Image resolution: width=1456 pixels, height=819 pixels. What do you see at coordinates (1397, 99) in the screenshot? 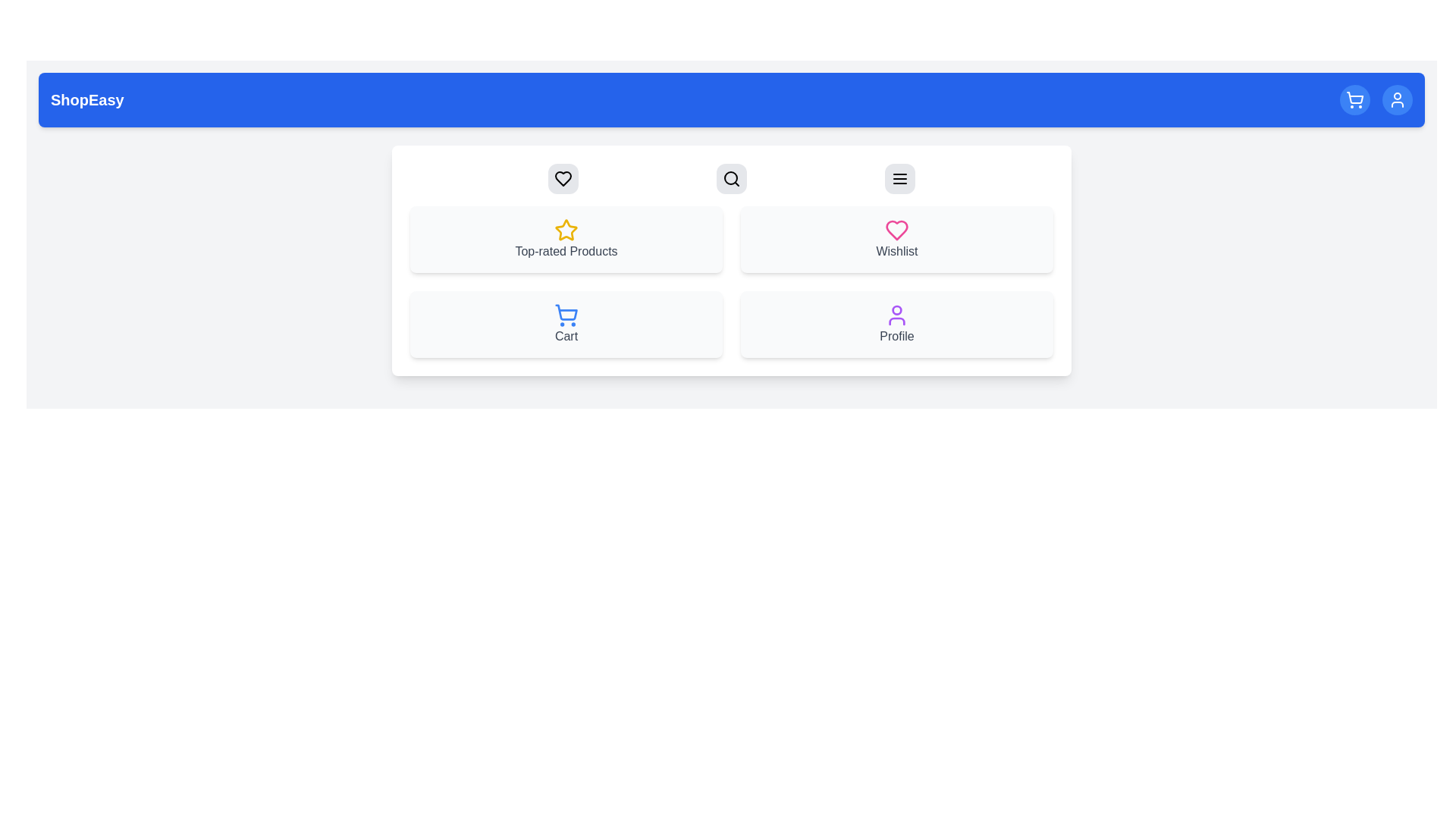
I see `the circular user icon button with a white figure on a blue background located at the top-right corner of the interface` at bounding box center [1397, 99].